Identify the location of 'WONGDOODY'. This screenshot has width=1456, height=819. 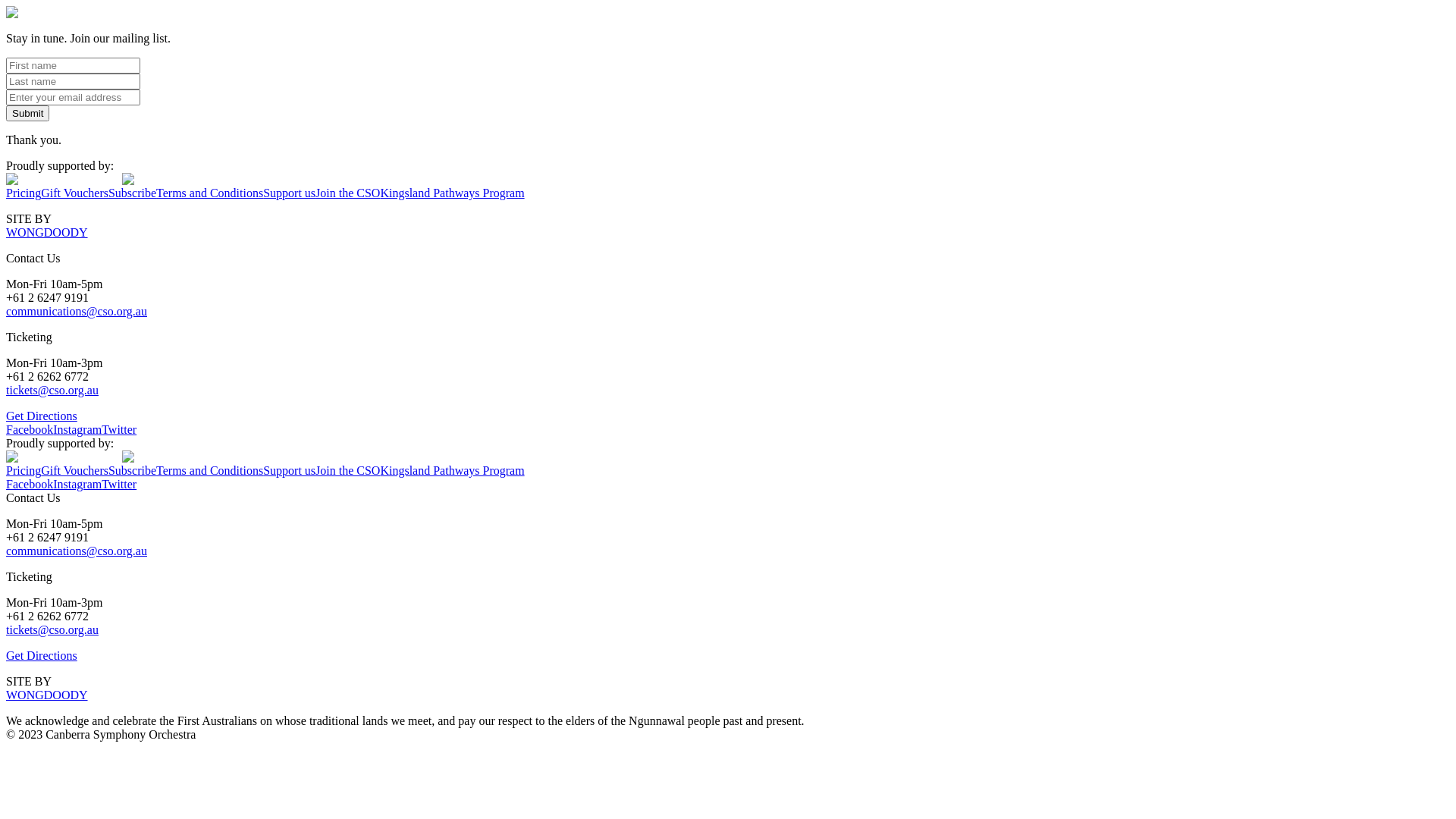
(47, 695).